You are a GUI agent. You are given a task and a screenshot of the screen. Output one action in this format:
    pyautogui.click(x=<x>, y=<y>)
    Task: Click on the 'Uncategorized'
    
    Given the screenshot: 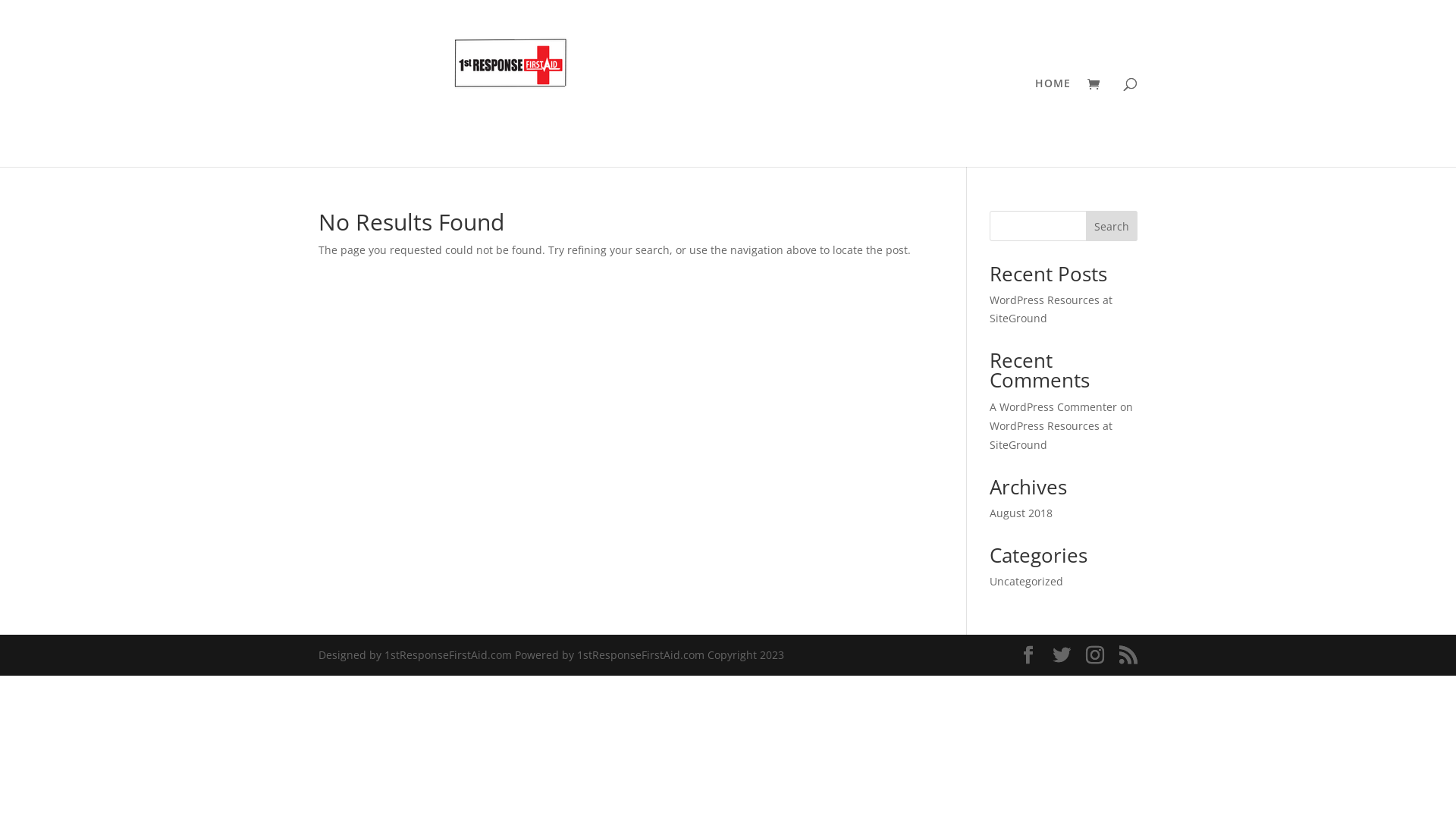 What is the action you would take?
    pyautogui.click(x=990, y=580)
    